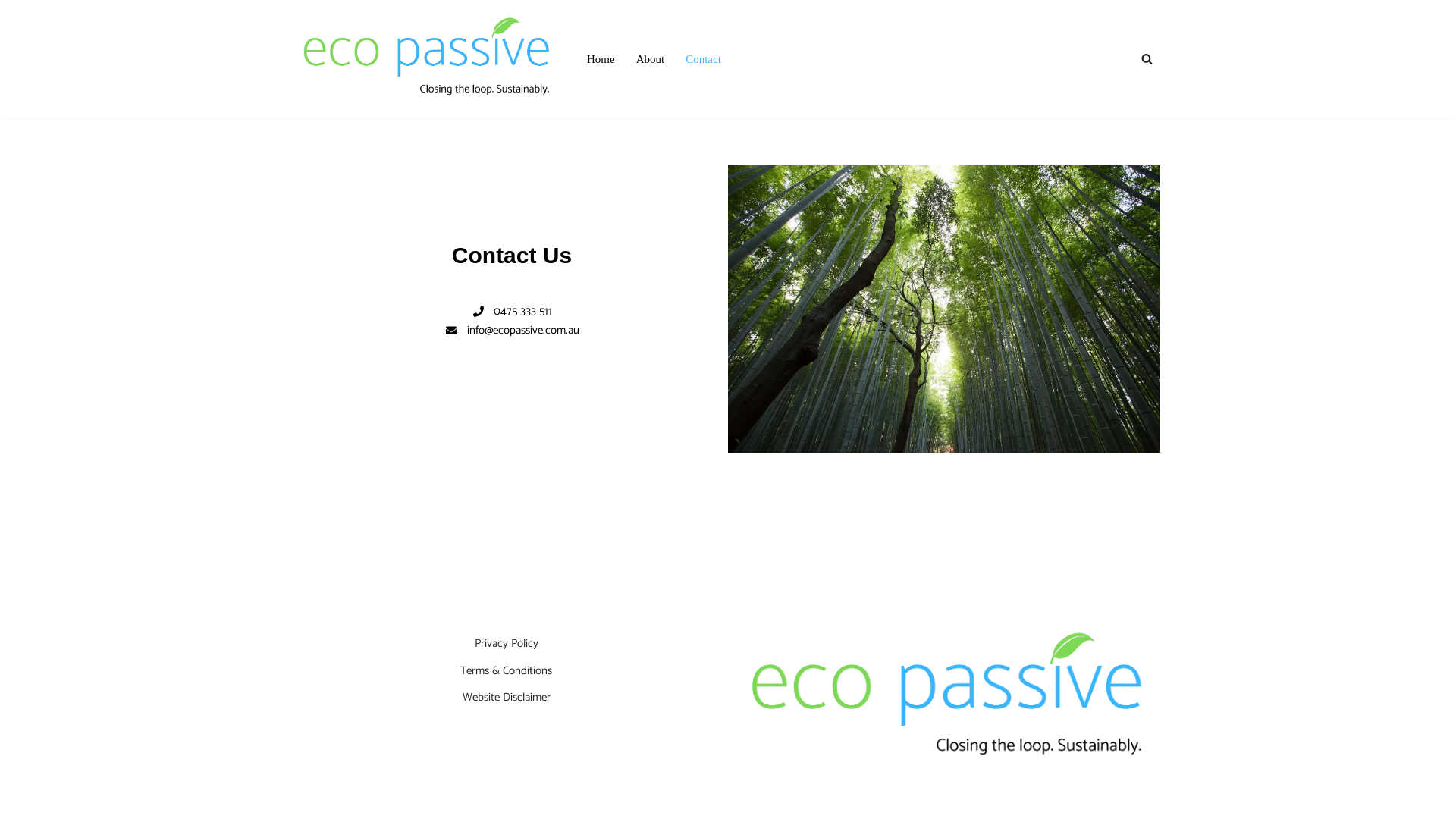 The height and width of the screenshot is (819, 1456). What do you see at coordinates (11, 32) in the screenshot?
I see `'Skip to content'` at bounding box center [11, 32].